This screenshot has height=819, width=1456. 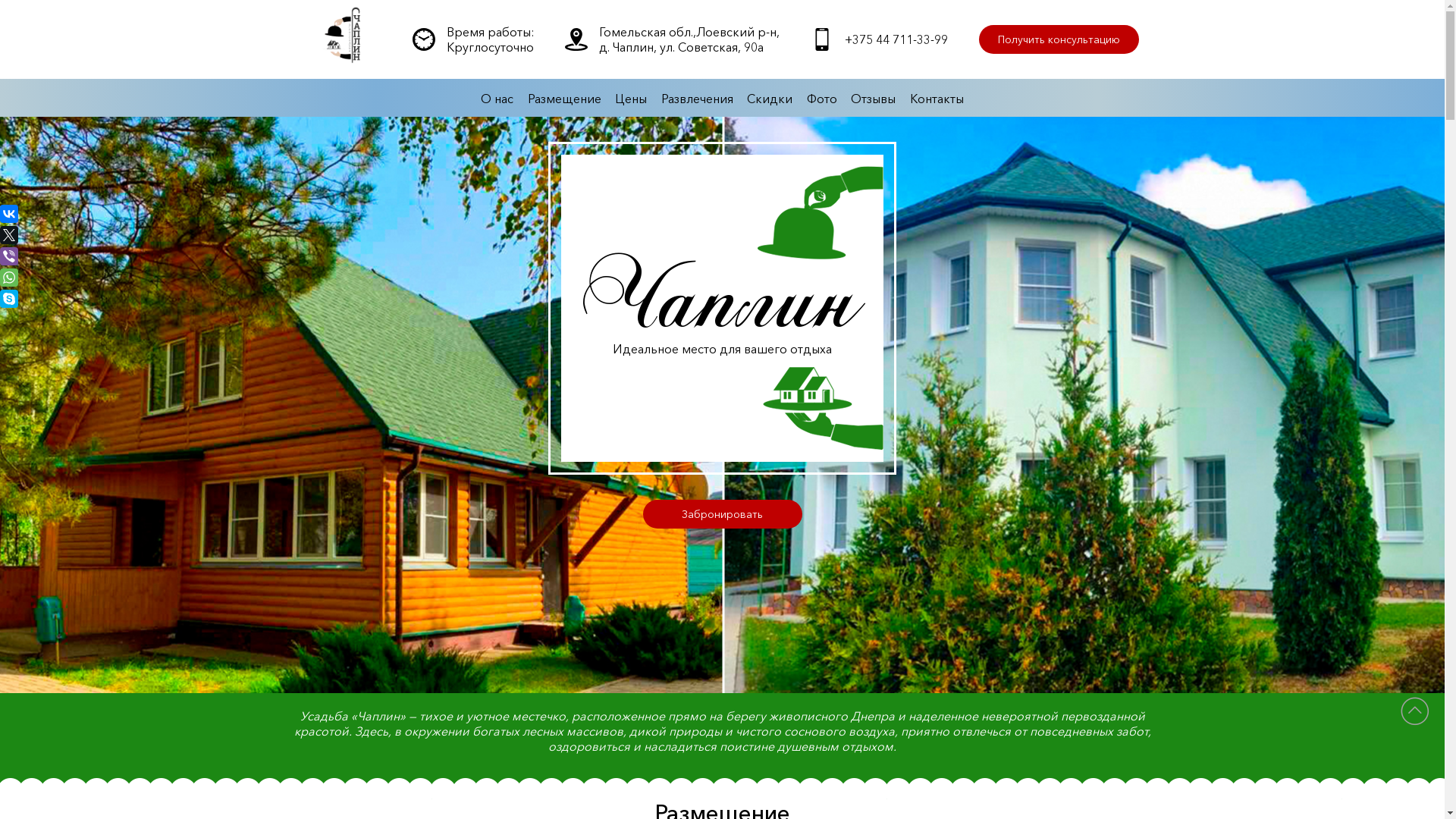 What do you see at coordinates (9, 278) in the screenshot?
I see `'WhatsApp'` at bounding box center [9, 278].